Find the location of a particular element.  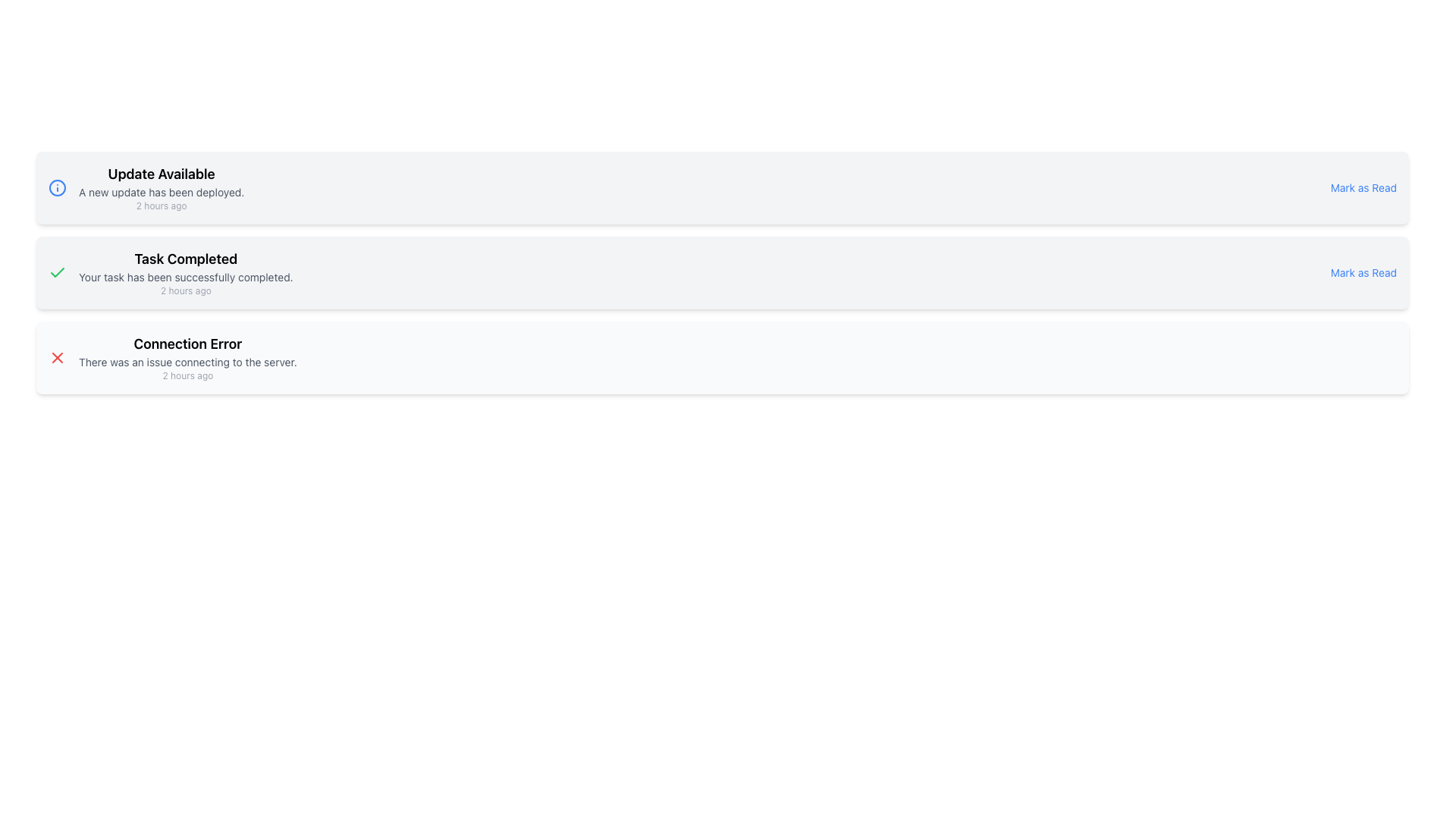

the notification element that informs the user their task has been successfully completed to copy or select the text is located at coordinates (171, 271).